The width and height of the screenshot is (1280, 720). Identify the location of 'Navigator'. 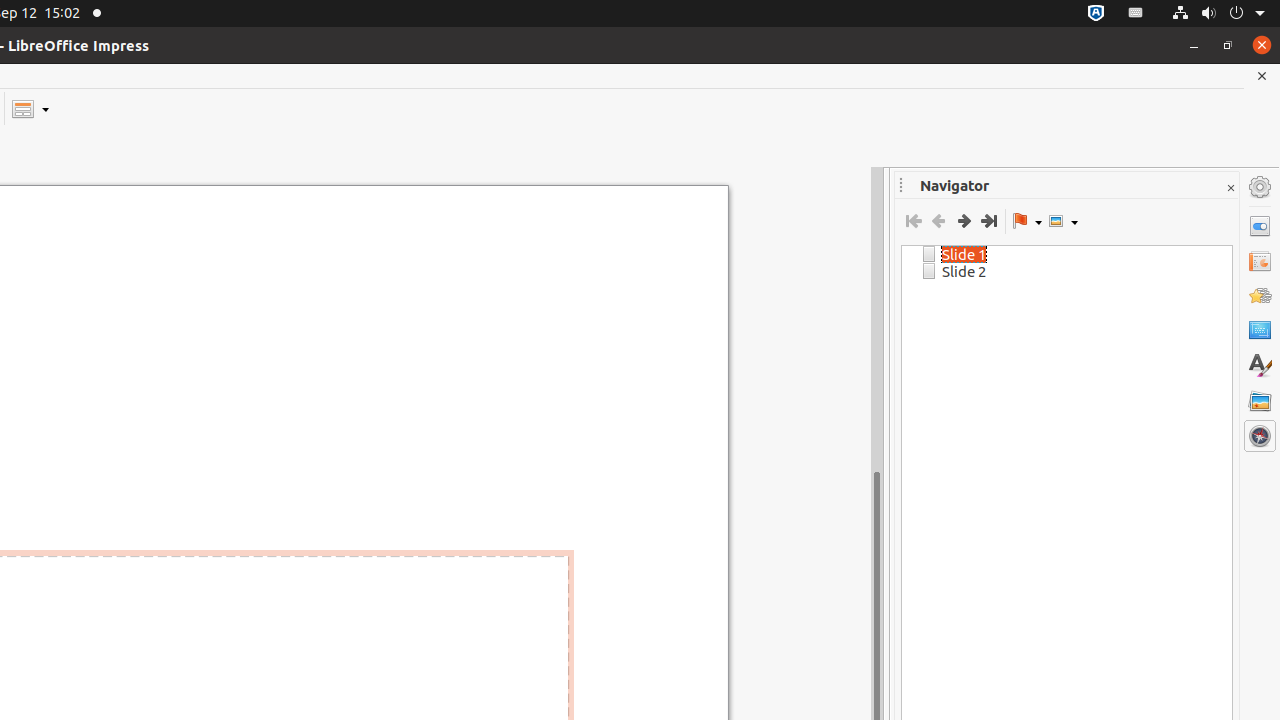
(1259, 435).